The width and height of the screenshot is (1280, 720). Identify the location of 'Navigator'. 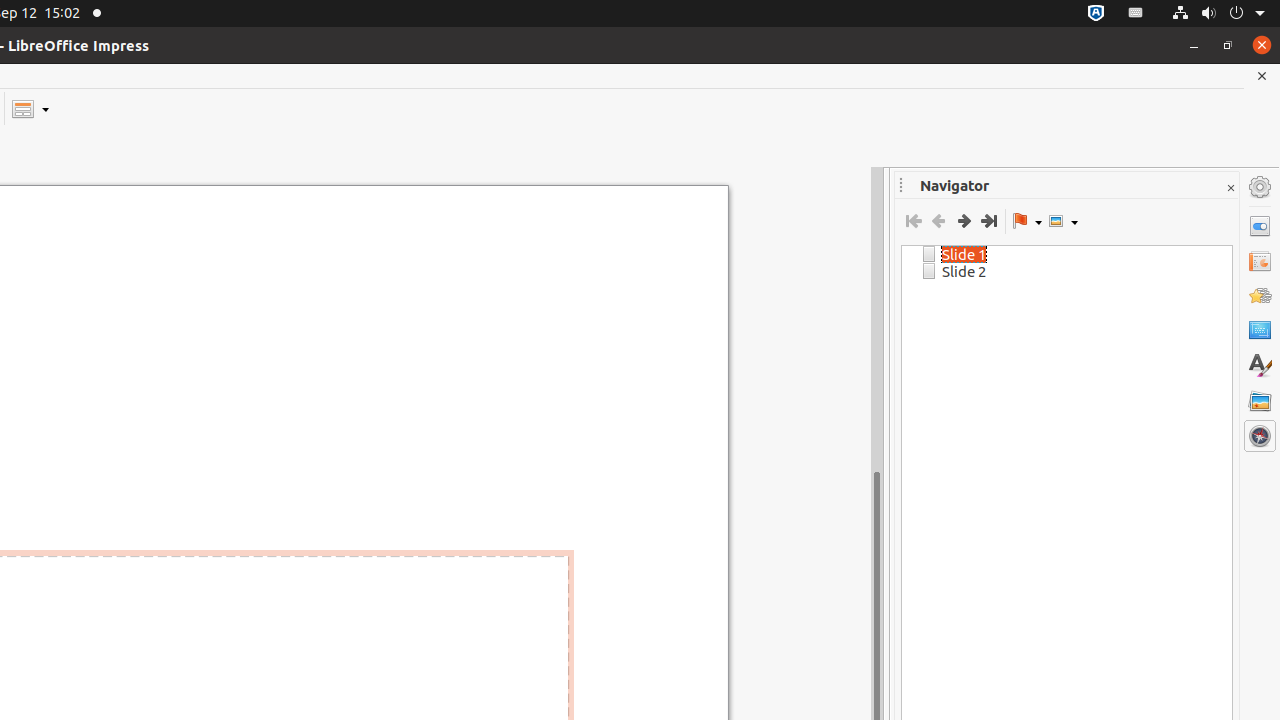
(1259, 435).